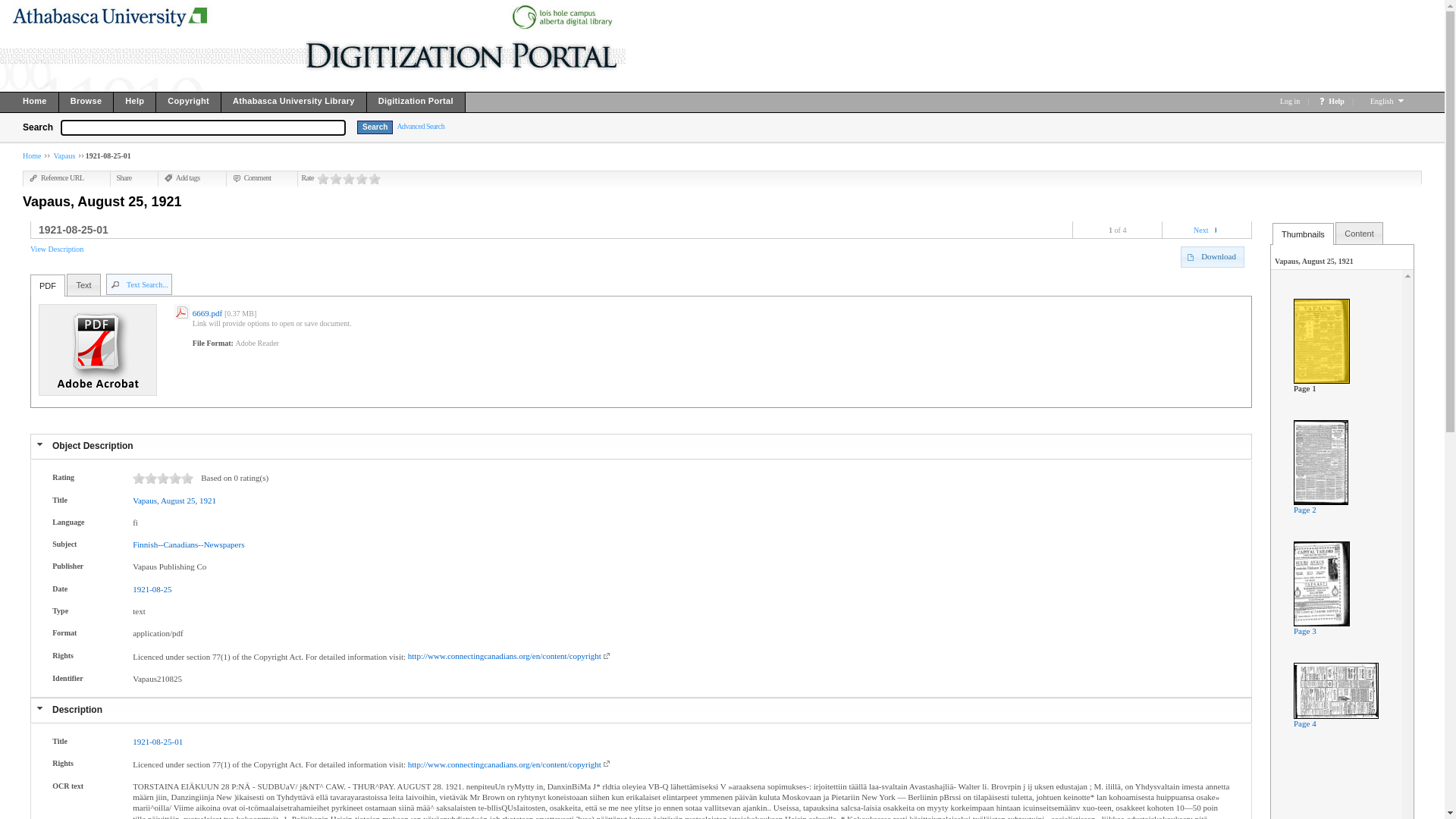 The width and height of the screenshot is (1456, 819). What do you see at coordinates (416, 103) in the screenshot?
I see `'Digitization Portal'` at bounding box center [416, 103].